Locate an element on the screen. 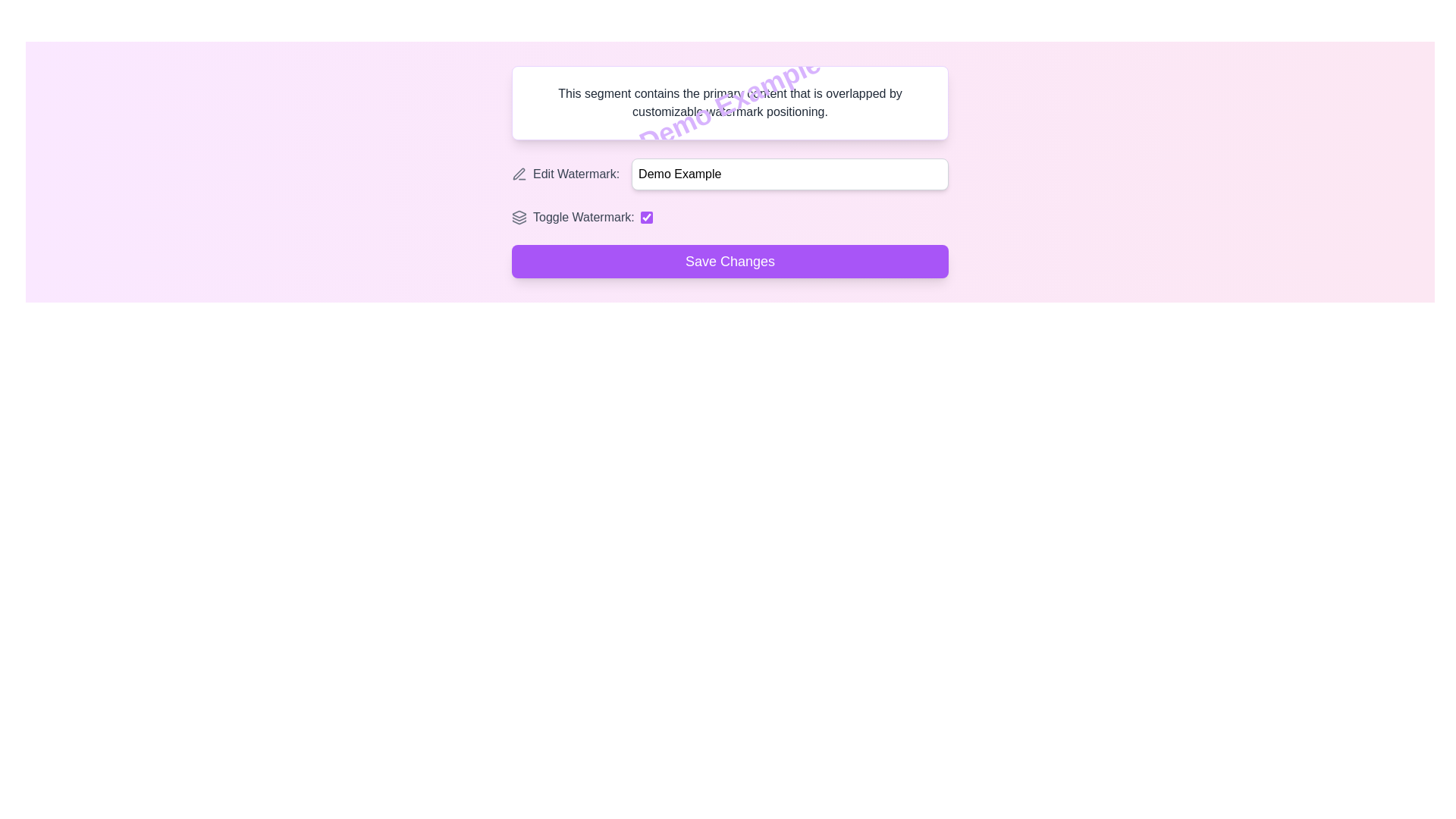 This screenshot has height=819, width=1456. the label with a gray font and a pen icon, located to the left of the text input field and above the toggle switch labeled 'Toggle Watermark' is located at coordinates (565, 174).